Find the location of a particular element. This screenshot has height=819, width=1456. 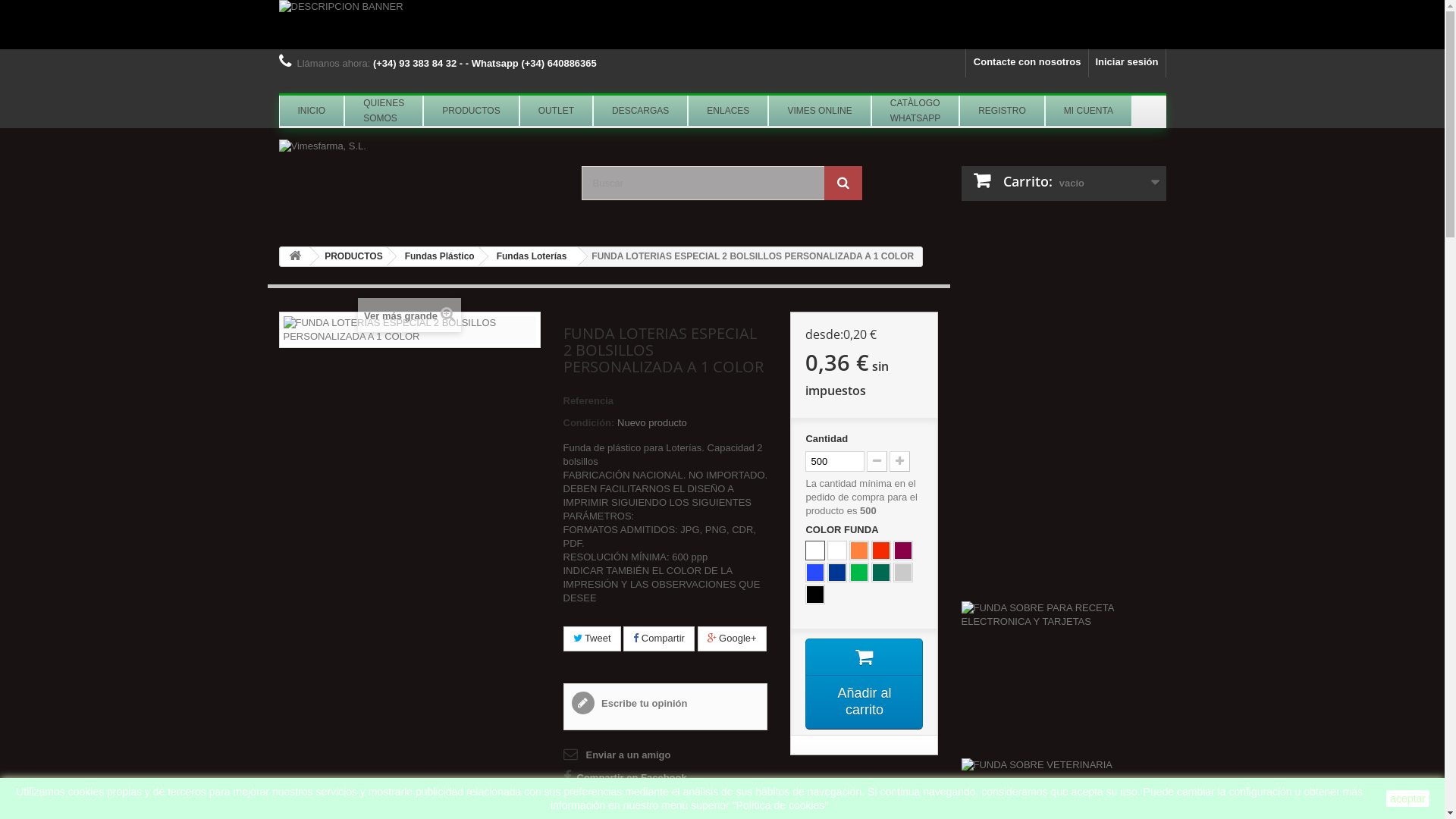

'NARANJA' is located at coordinates (858, 550).